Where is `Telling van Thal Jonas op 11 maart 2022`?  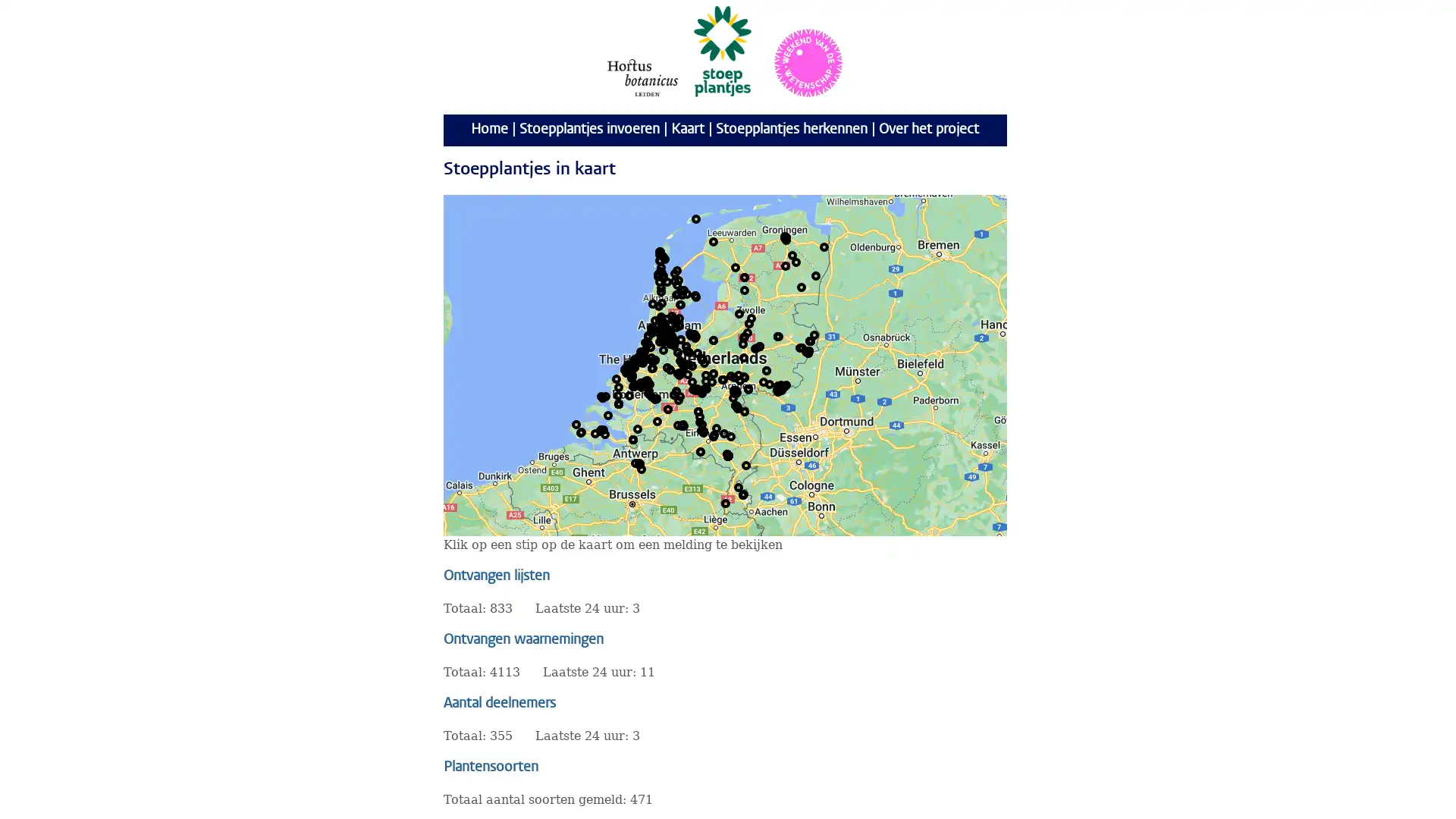 Telling van Thal Jonas op 11 maart 2022 is located at coordinates (640, 359).